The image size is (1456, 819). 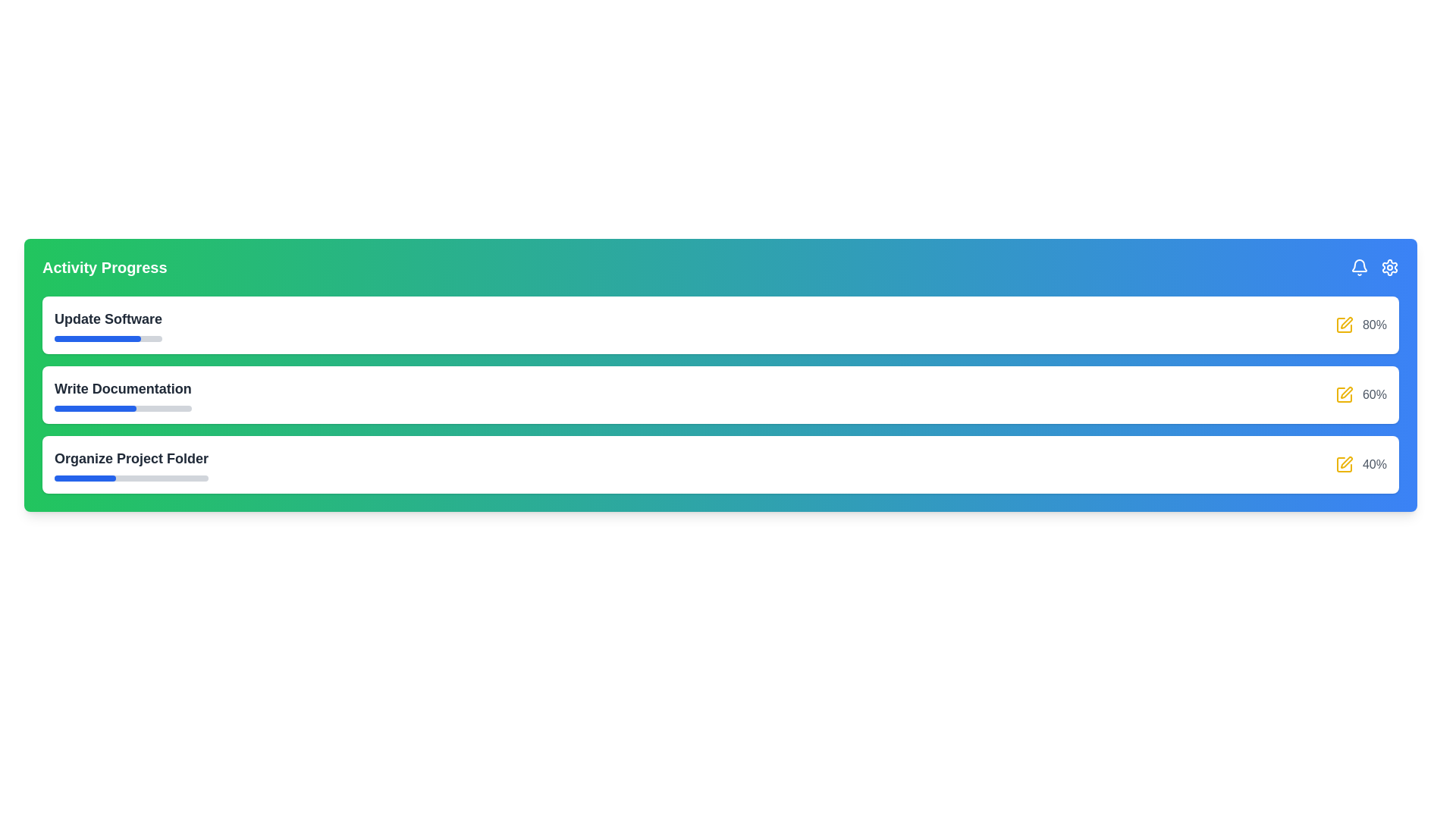 What do you see at coordinates (131, 458) in the screenshot?
I see `the bold text label displaying 'Organize Project Folder', which is the third item under the 'Activity Progress' section` at bounding box center [131, 458].